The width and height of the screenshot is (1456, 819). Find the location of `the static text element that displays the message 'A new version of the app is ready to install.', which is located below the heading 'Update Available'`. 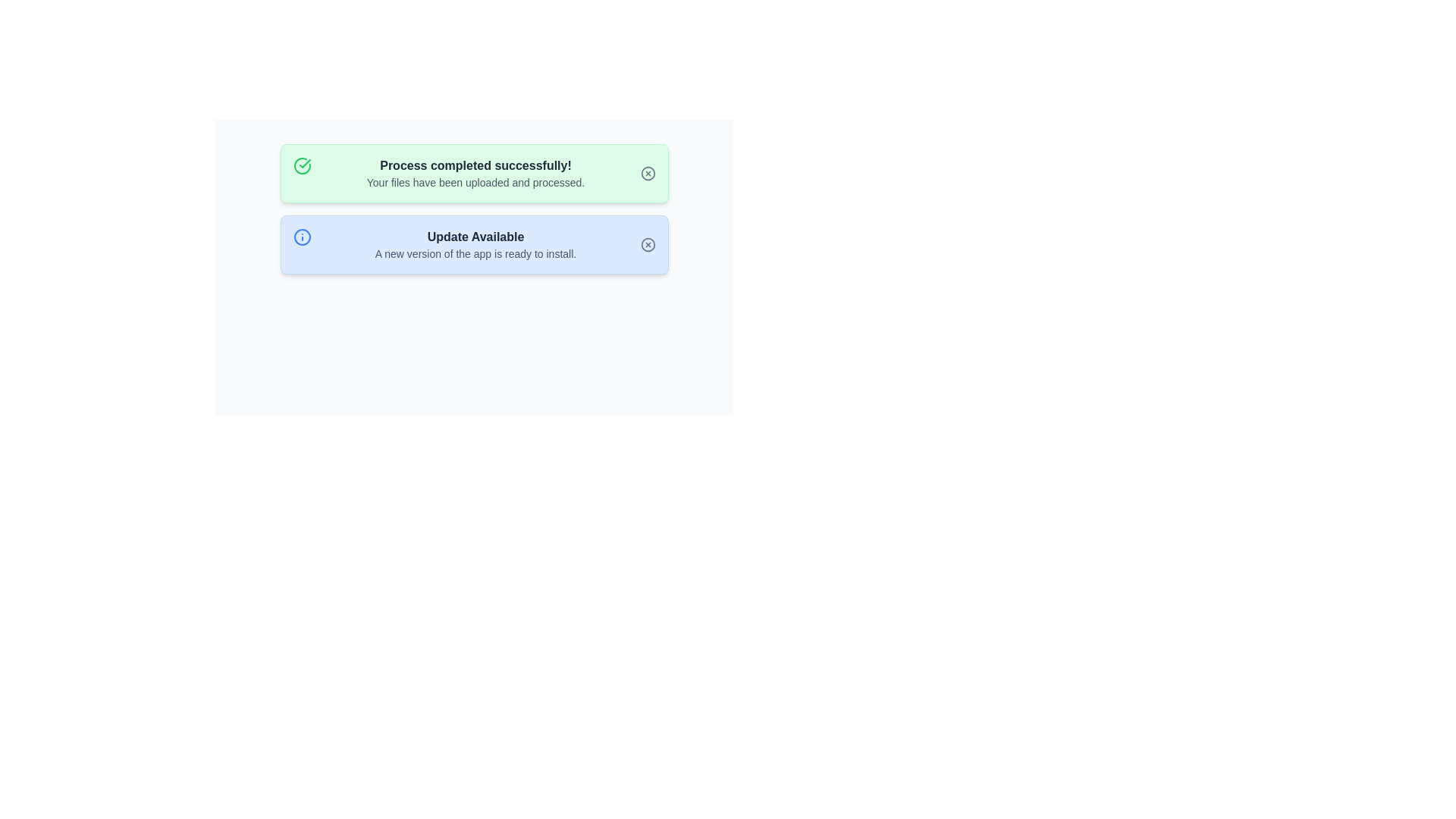

the static text element that displays the message 'A new version of the app is ready to install.', which is located below the heading 'Update Available' is located at coordinates (475, 253).